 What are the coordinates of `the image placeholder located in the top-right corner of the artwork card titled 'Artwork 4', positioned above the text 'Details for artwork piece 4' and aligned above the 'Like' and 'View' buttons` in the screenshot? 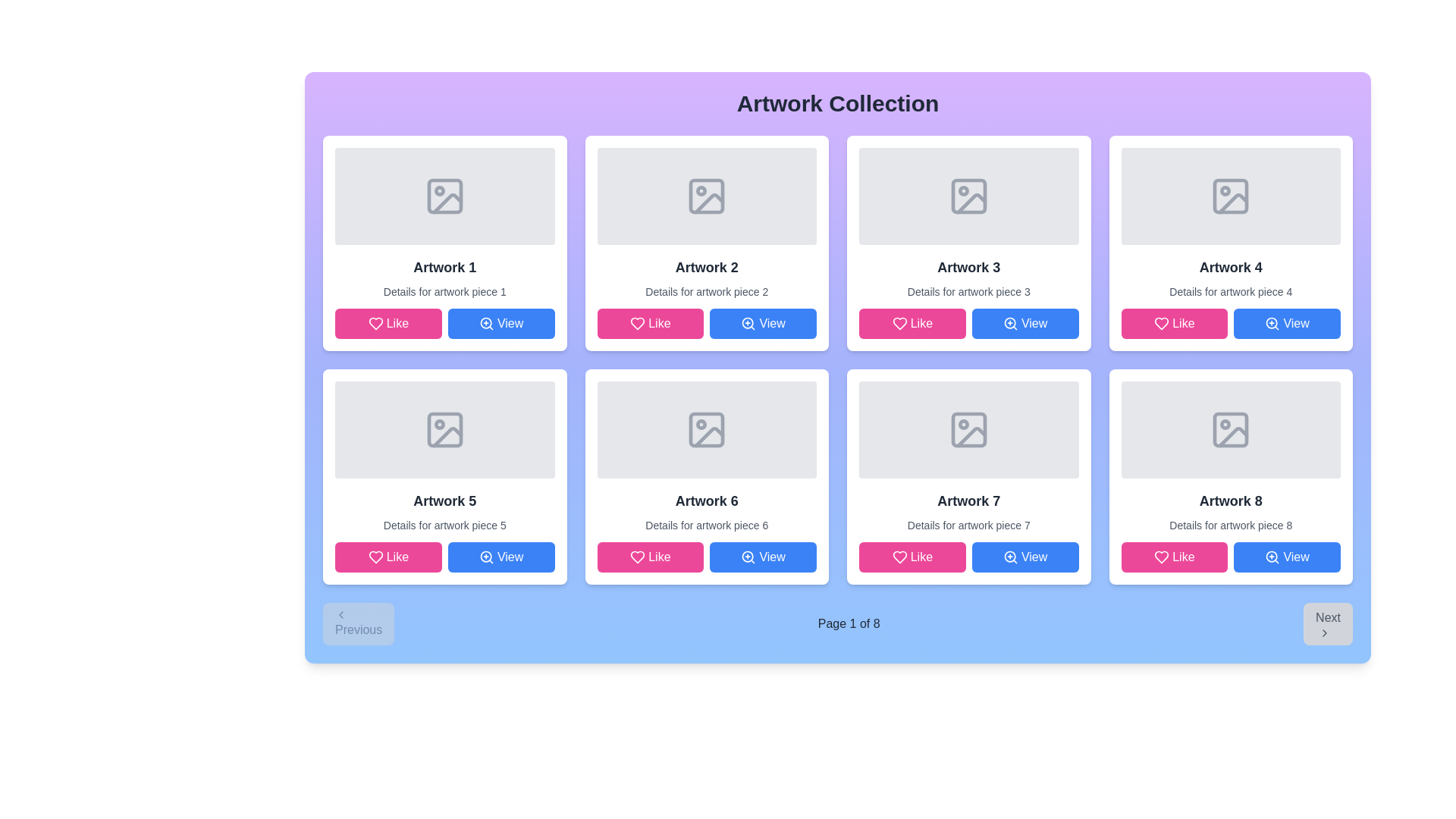 It's located at (1231, 195).